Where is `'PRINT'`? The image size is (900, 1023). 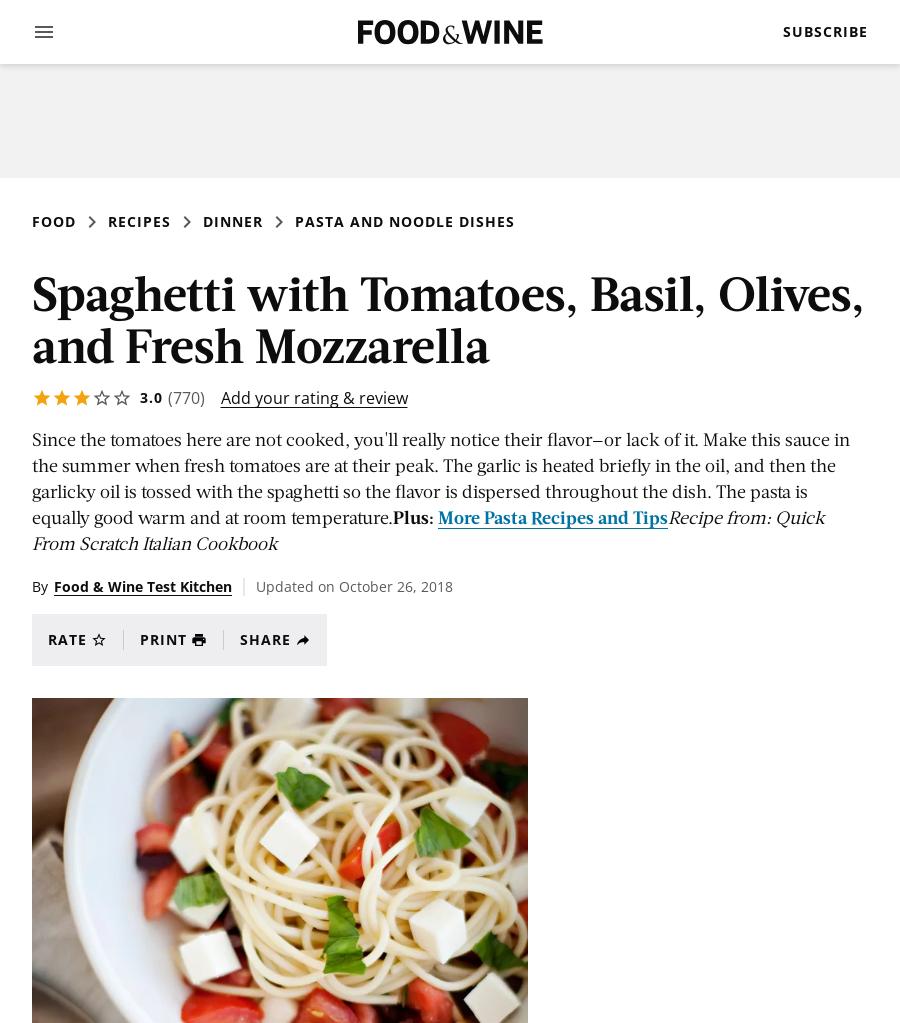 'PRINT' is located at coordinates (163, 639).